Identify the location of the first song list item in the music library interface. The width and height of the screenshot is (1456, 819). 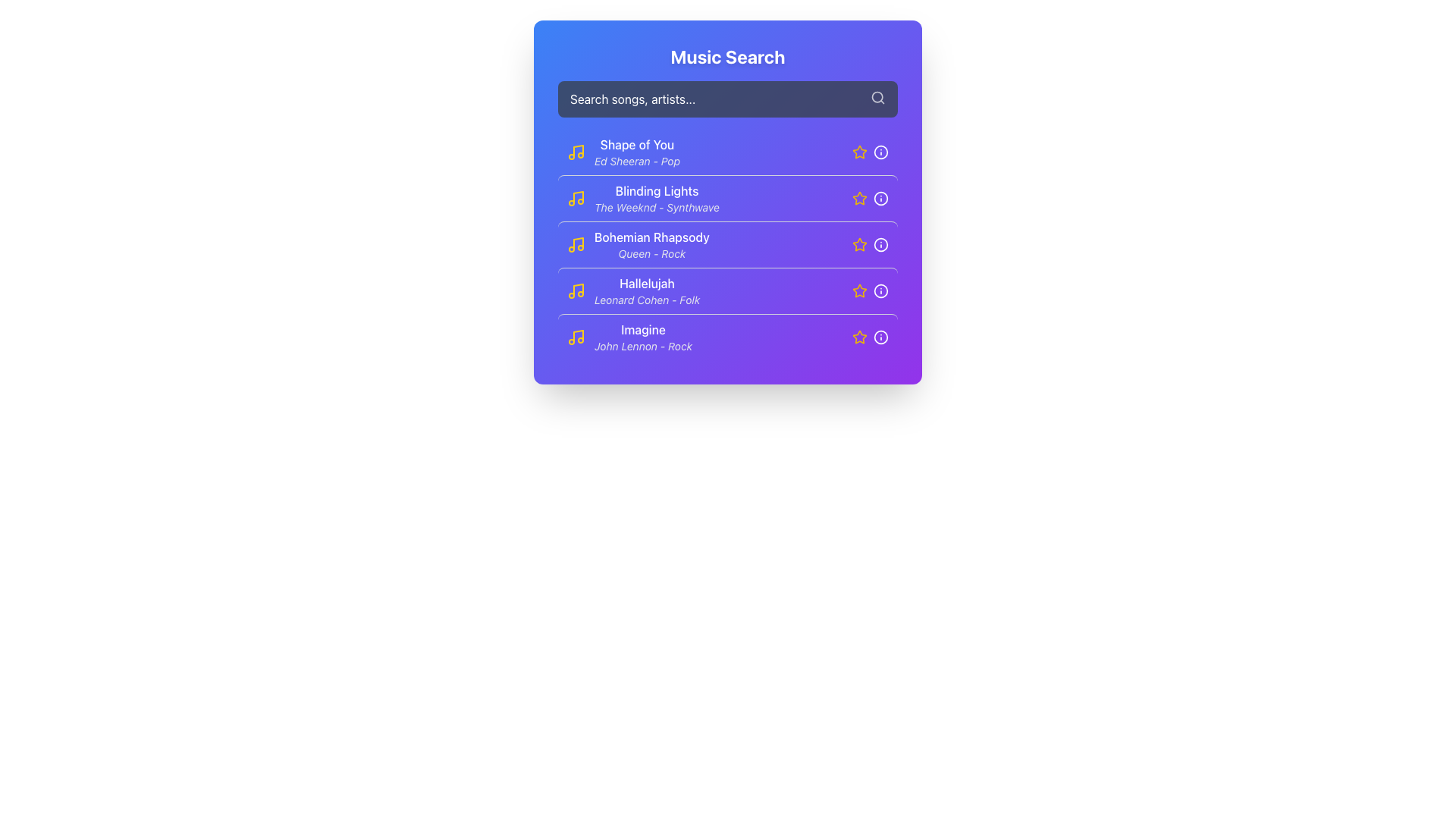
(623, 152).